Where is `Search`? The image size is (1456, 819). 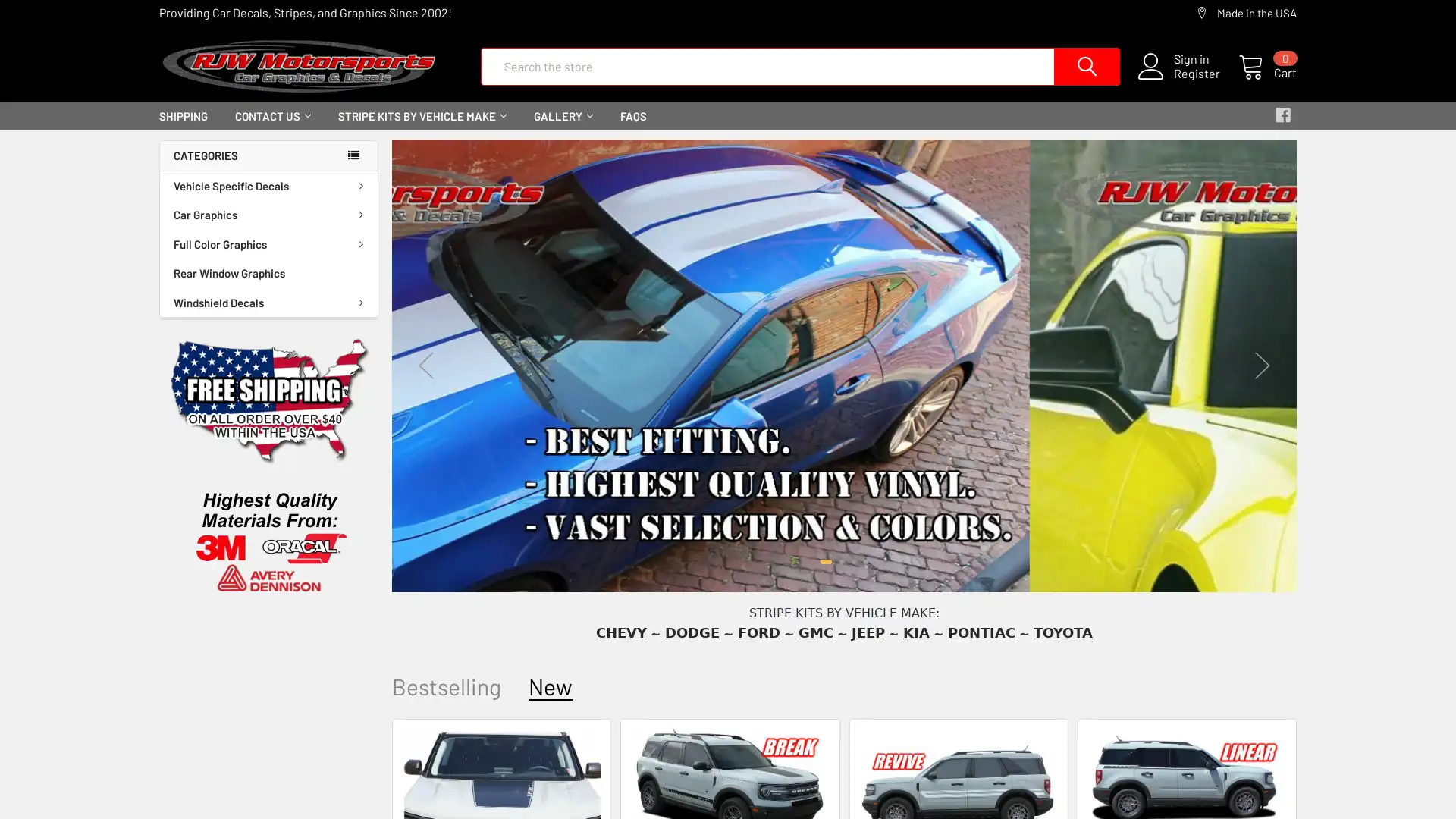
Search is located at coordinates (1074, 65).